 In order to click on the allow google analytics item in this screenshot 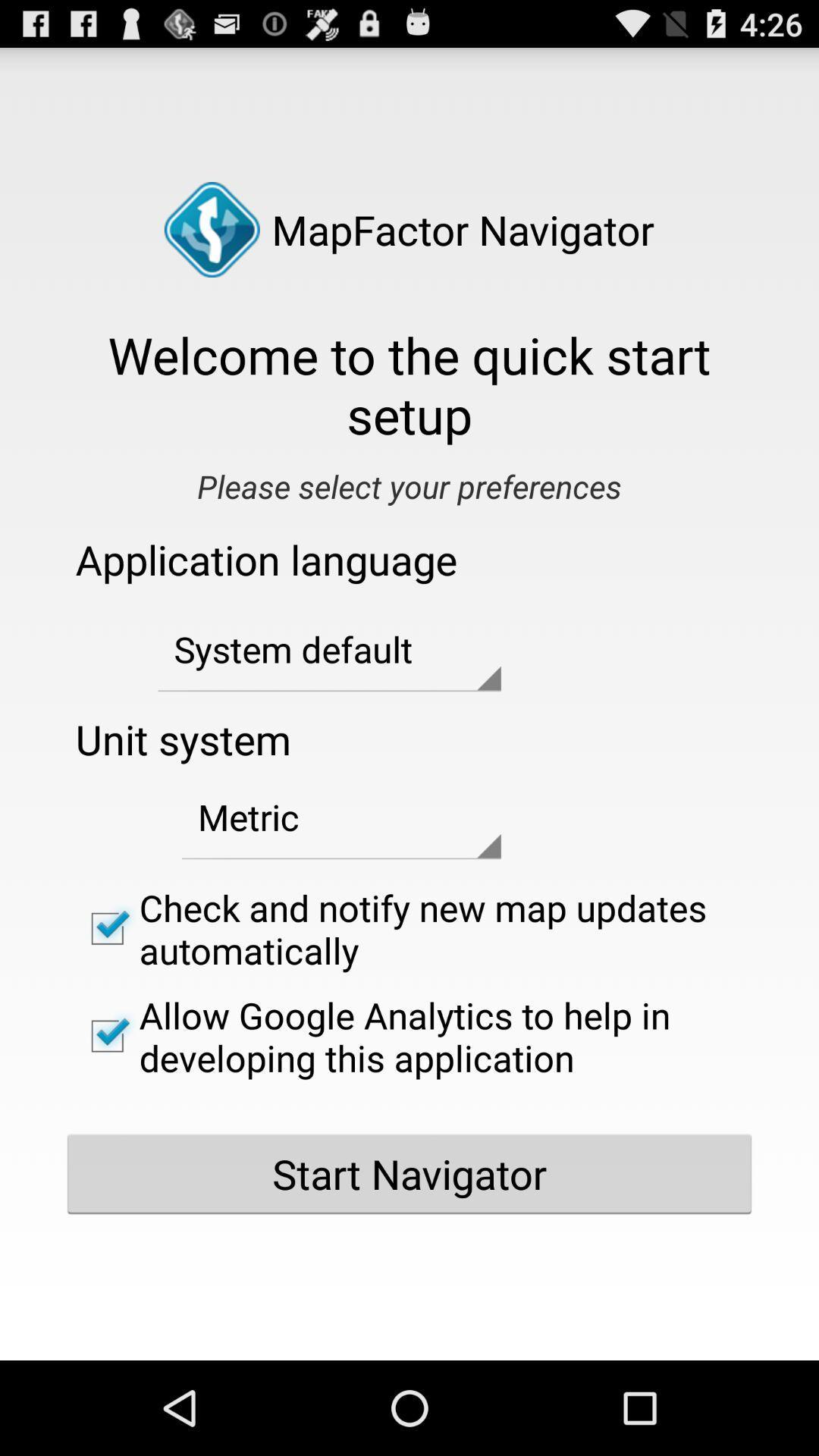, I will do `click(409, 1035)`.